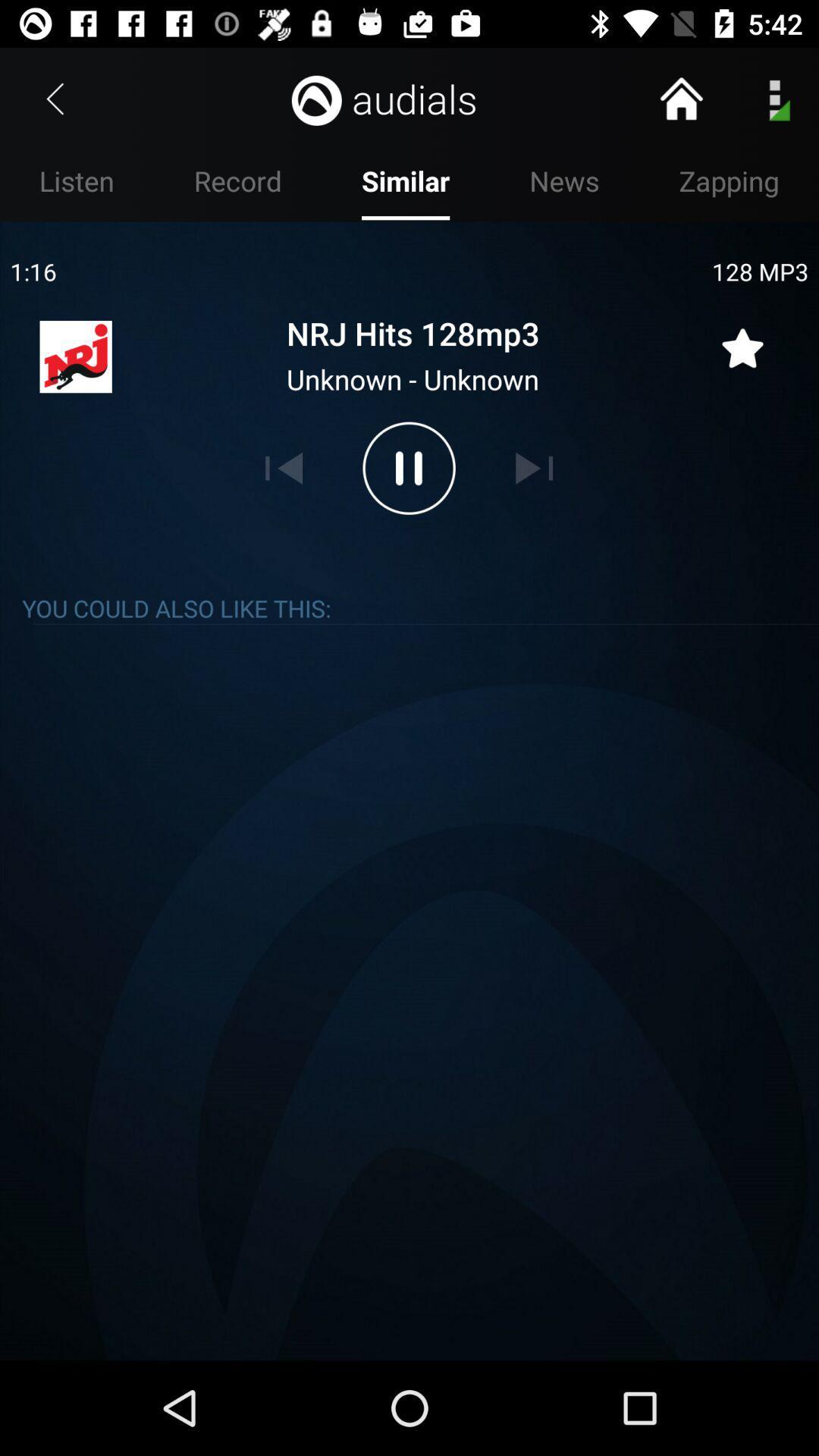  Describe the element at coordinates (408, 467) in the screenshot. I see `pause option` at that location.